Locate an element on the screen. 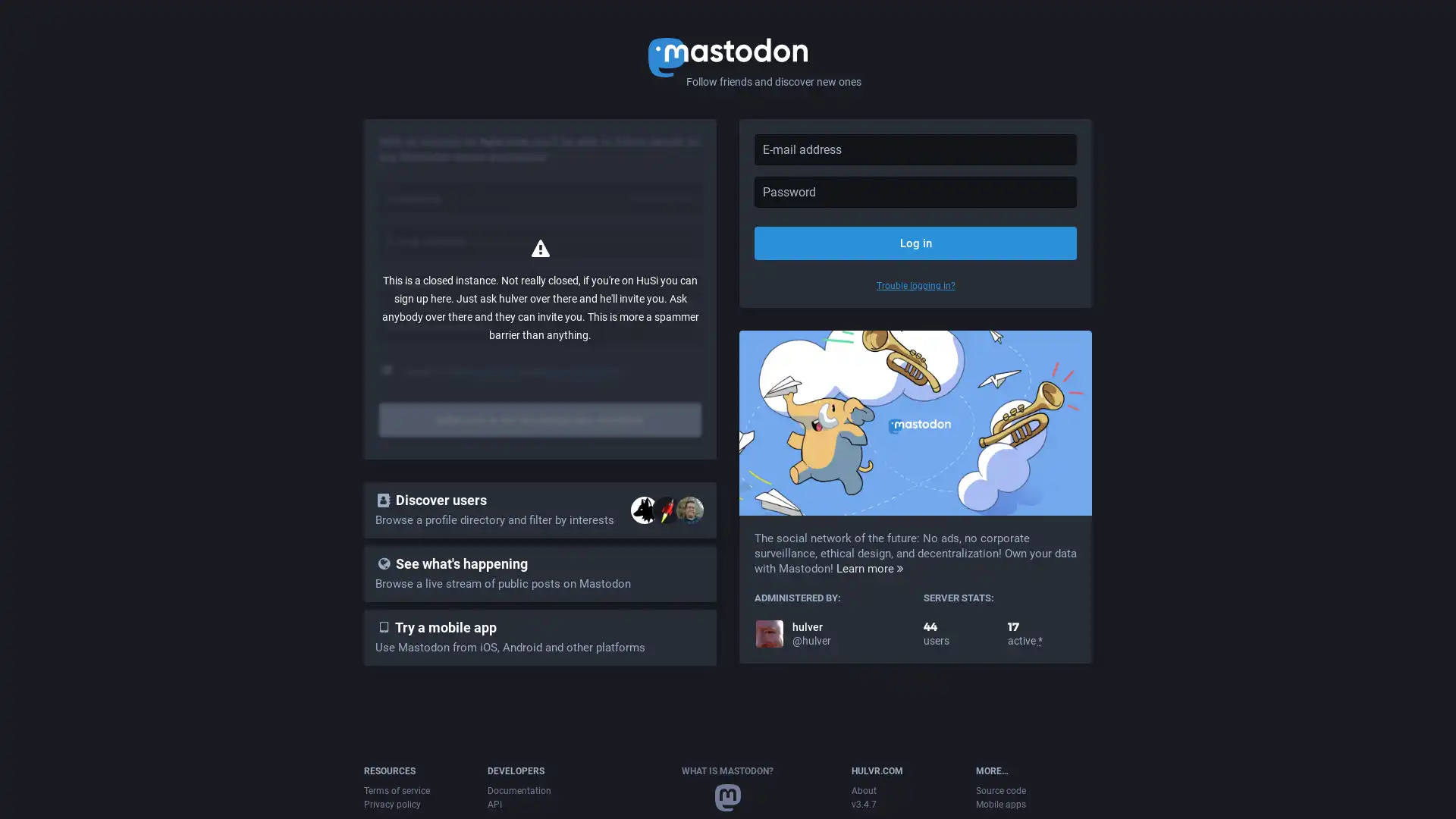 This screenshot has width=1456, height=819. hulvr.com is not accepting new members is located at coordinates (540, 420).